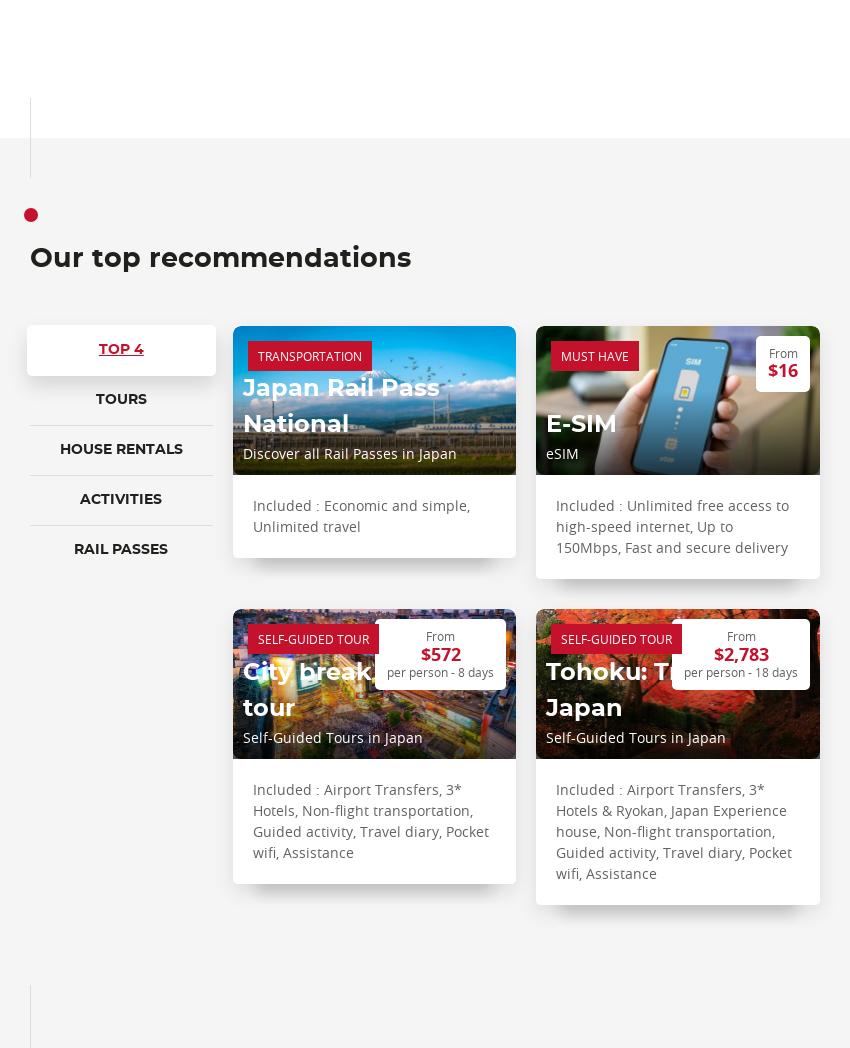  I want to click on 'Transportation', so click(256, 355).